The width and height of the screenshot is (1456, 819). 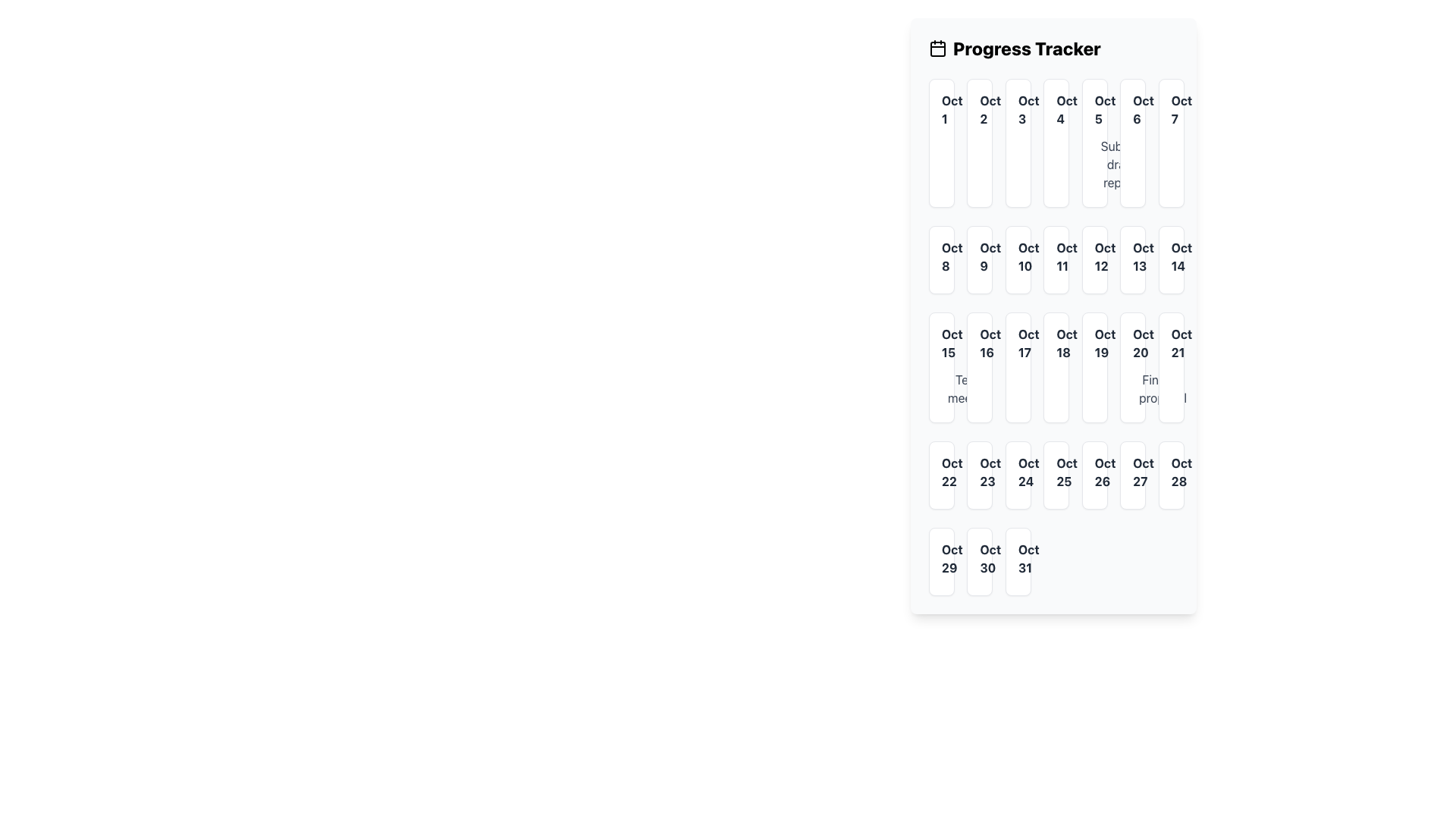 I want to click on the Calendar Day Box representing October 30th, so click(x=980, y=561).